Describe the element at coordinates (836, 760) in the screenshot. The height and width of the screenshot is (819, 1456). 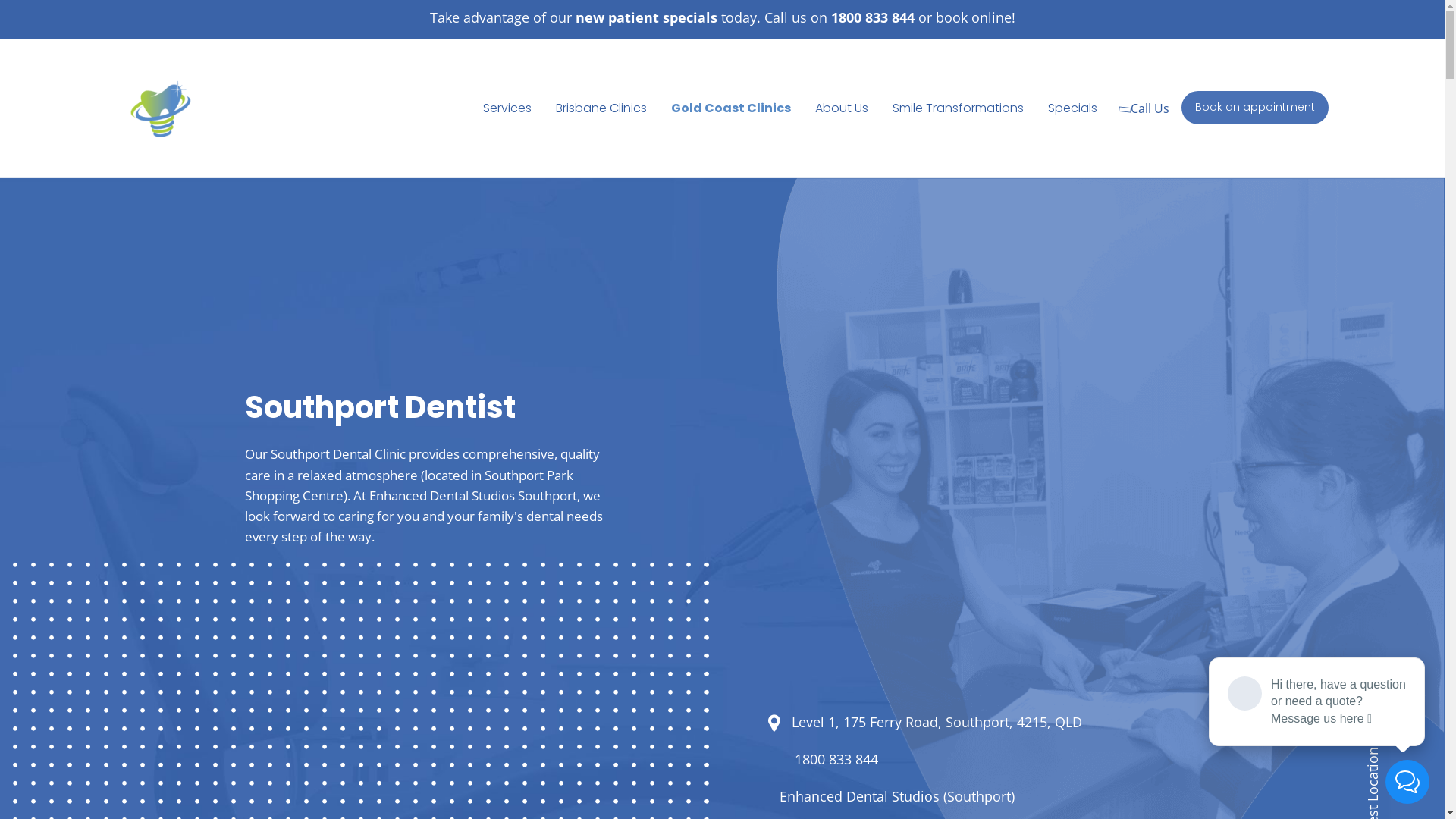
I see `'1800 833 844'` at that location.